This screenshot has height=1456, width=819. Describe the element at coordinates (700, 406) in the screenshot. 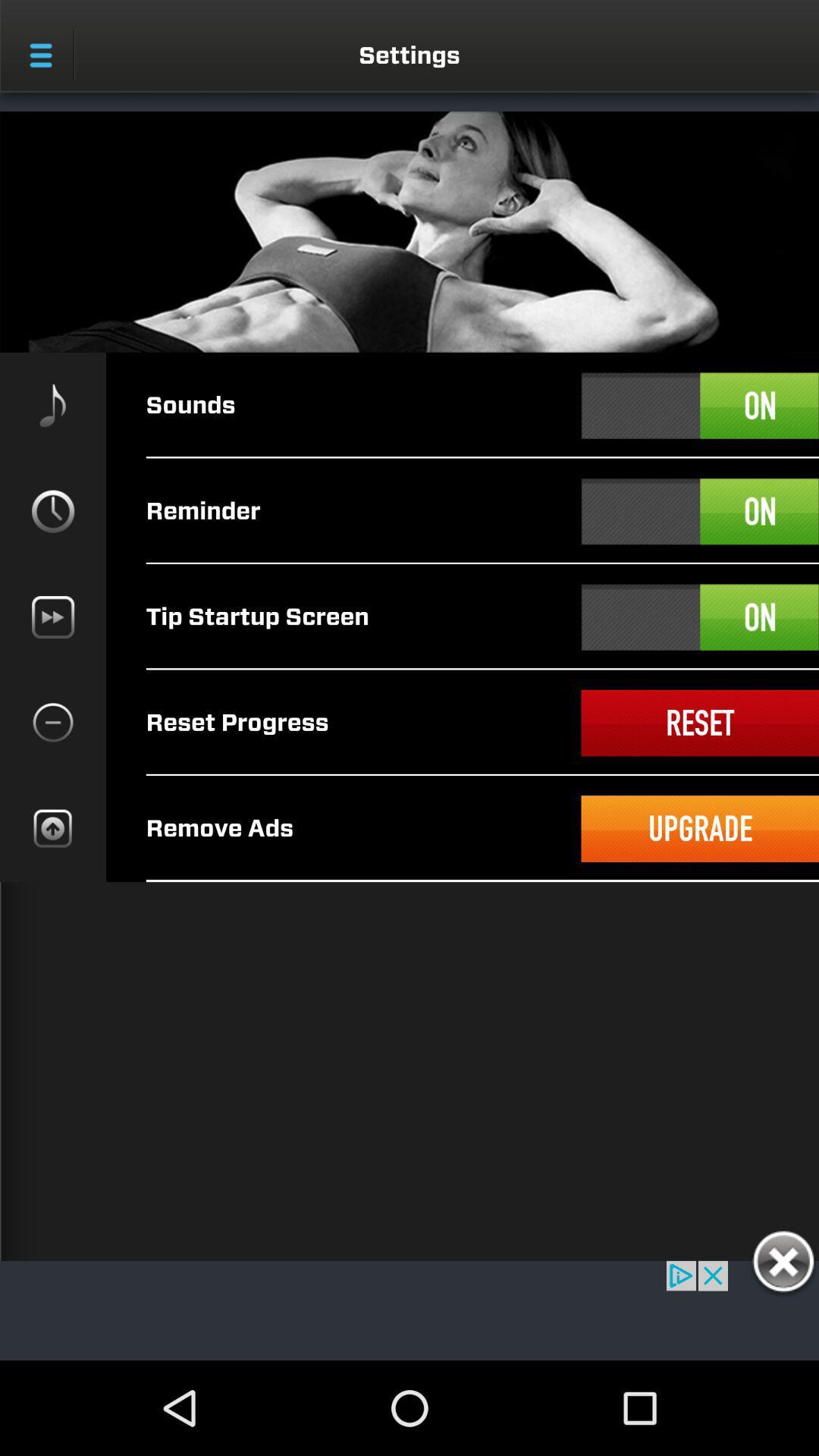

I see `turn sounds on` at that location.